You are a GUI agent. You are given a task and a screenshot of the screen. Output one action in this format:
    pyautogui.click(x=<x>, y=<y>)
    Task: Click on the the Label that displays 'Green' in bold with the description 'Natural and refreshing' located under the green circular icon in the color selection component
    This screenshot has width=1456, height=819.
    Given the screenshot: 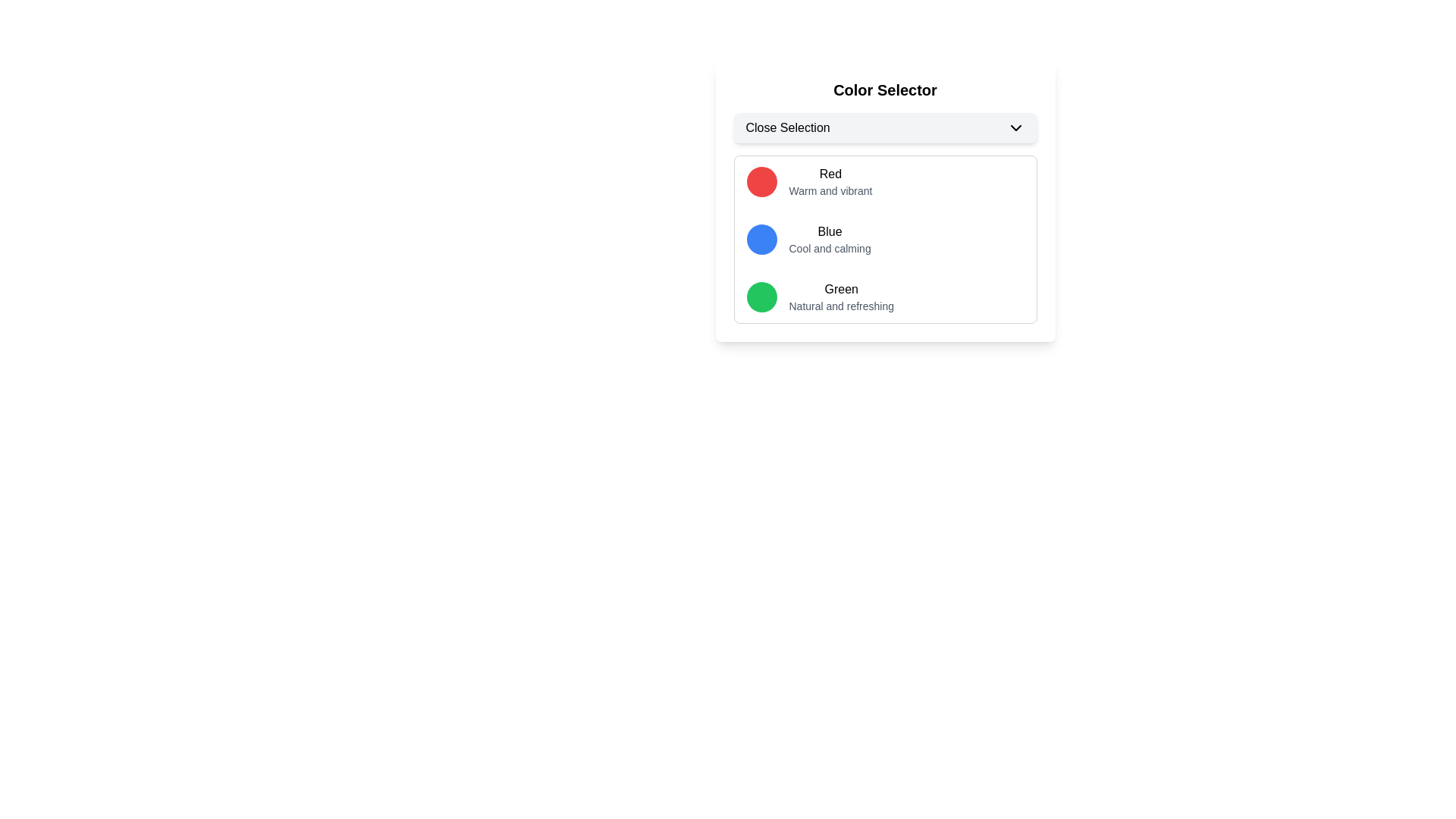 What is the action you would take?
    pyautogui.click(x=840, y=297)
    